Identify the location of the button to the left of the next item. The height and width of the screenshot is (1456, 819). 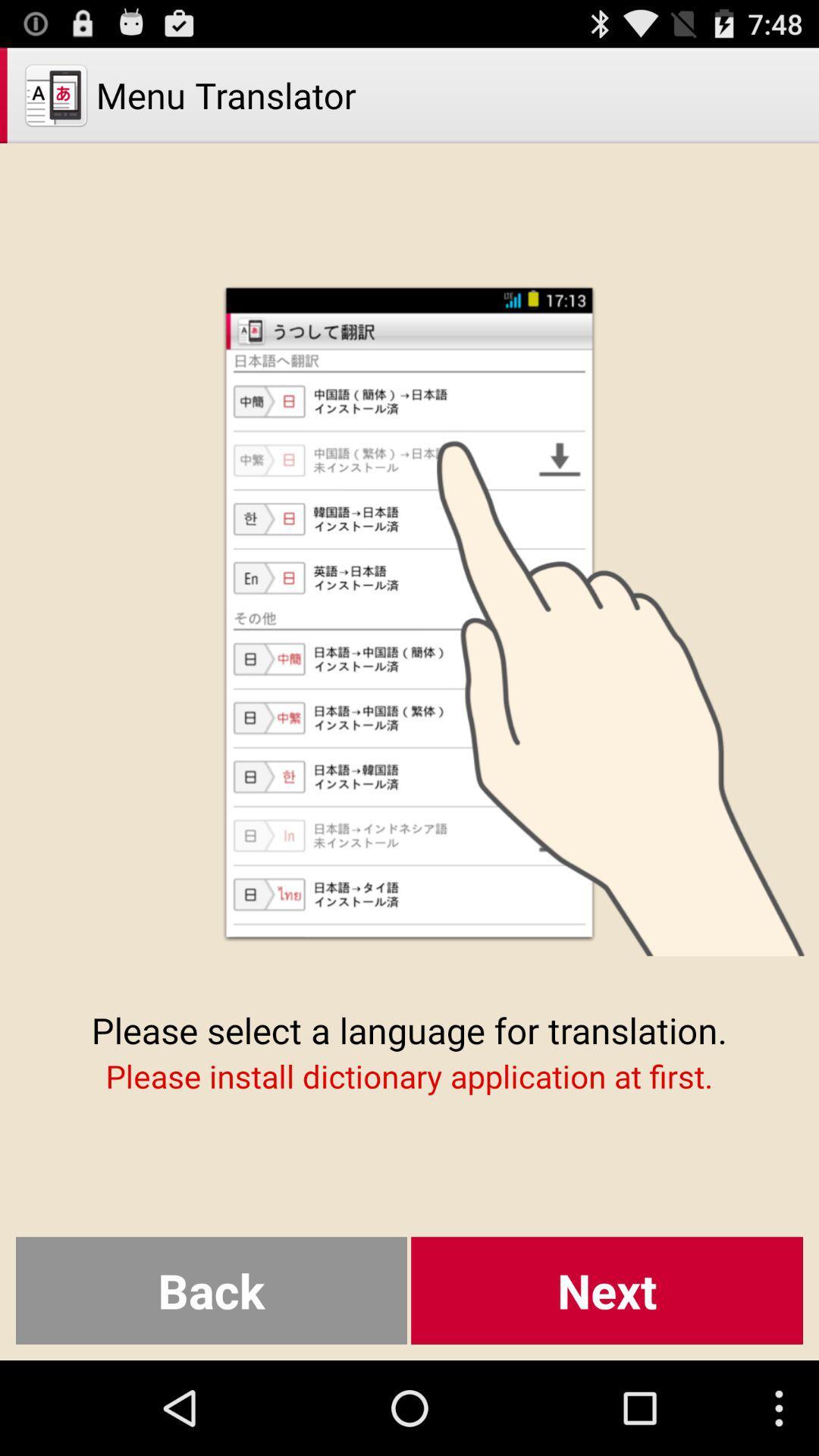
(211, 1290).